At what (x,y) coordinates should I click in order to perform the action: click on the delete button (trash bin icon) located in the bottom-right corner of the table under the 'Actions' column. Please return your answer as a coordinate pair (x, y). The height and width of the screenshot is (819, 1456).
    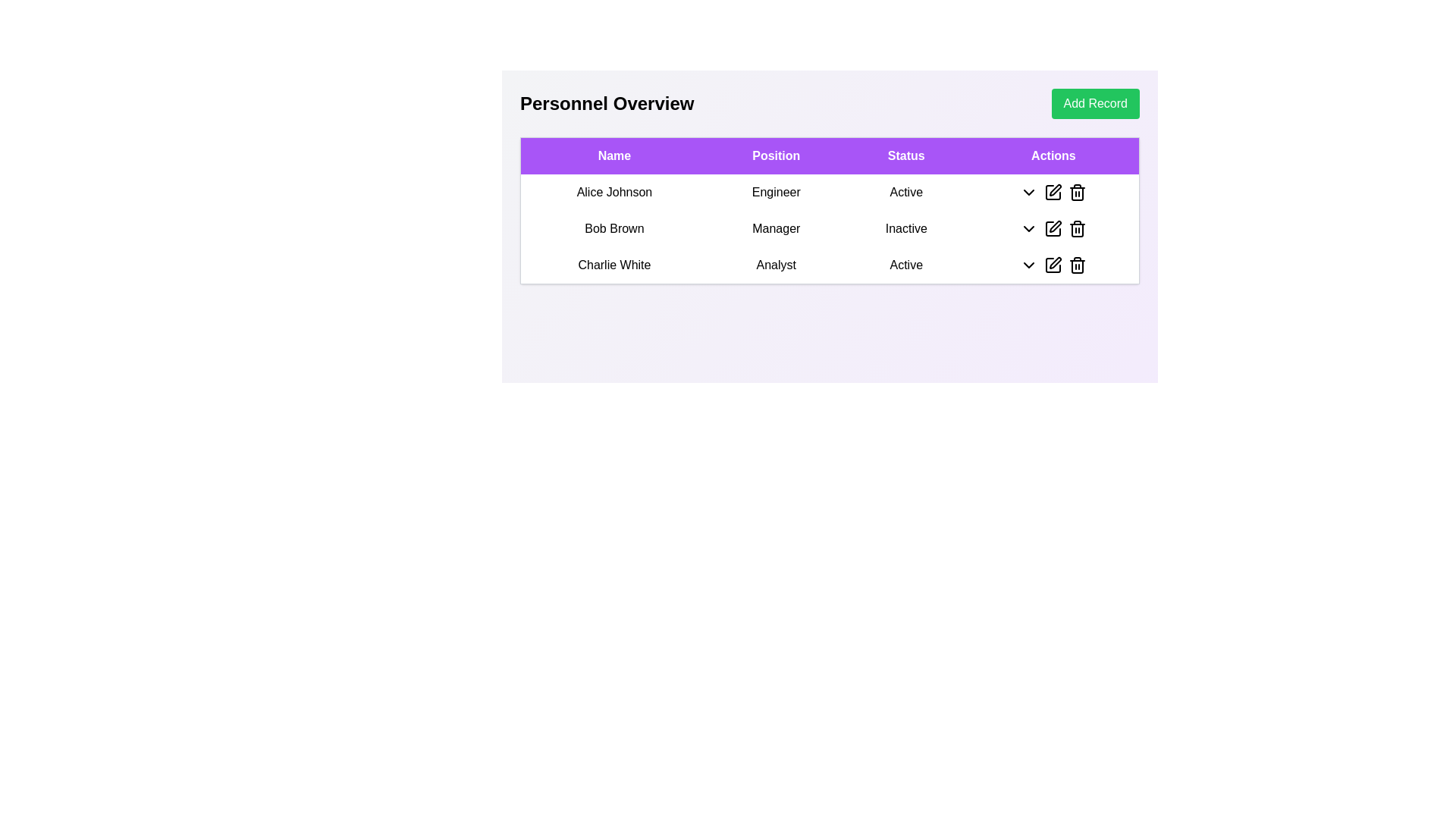
    Looking at the image, I should click on (1077, 265).